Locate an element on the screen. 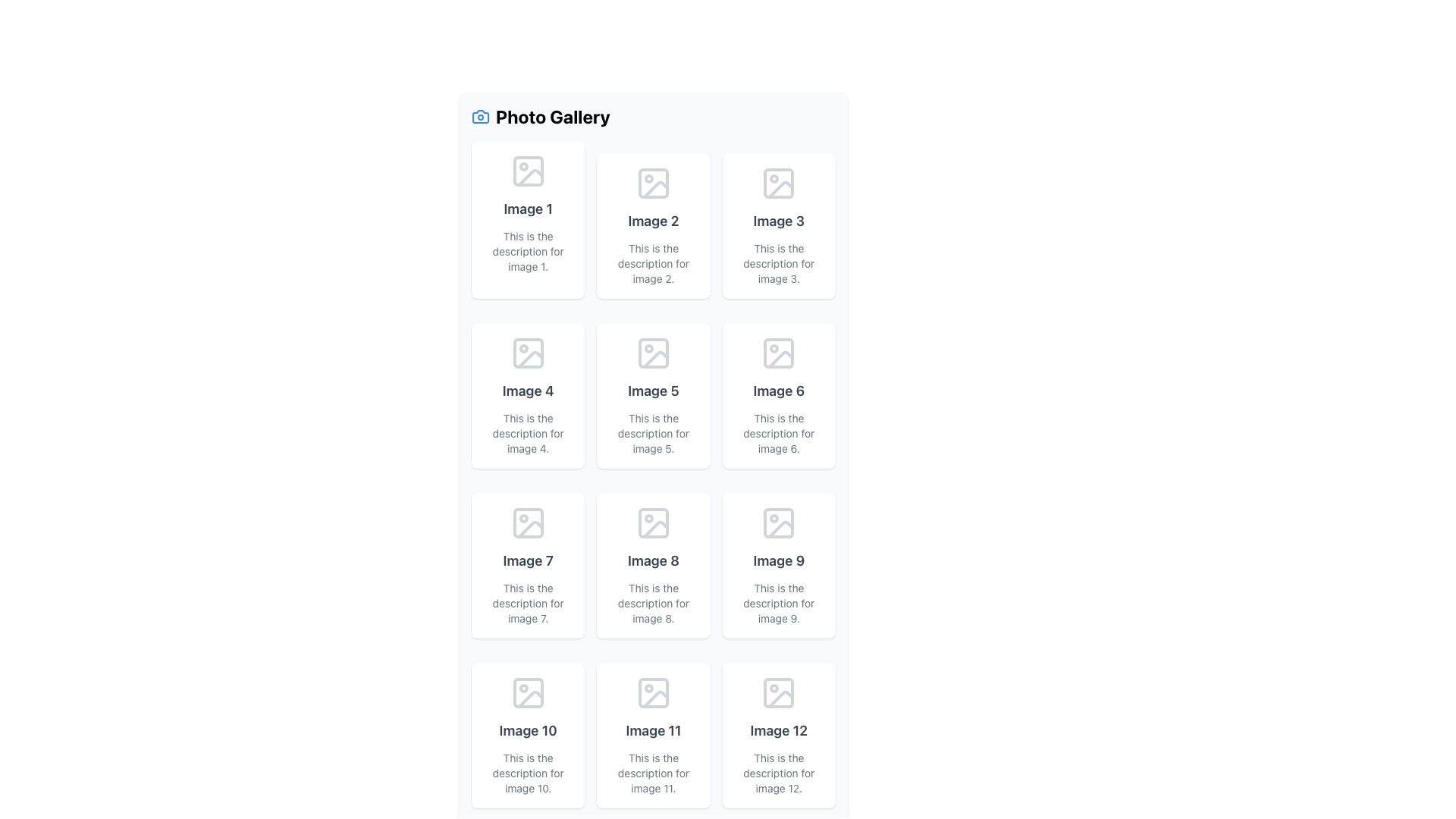 The height and width of the screenshot is (819, 1456). the static icon for 'Image 4' located in the first column and second row of the photo gallery grid is located at coordinates (528, 353).